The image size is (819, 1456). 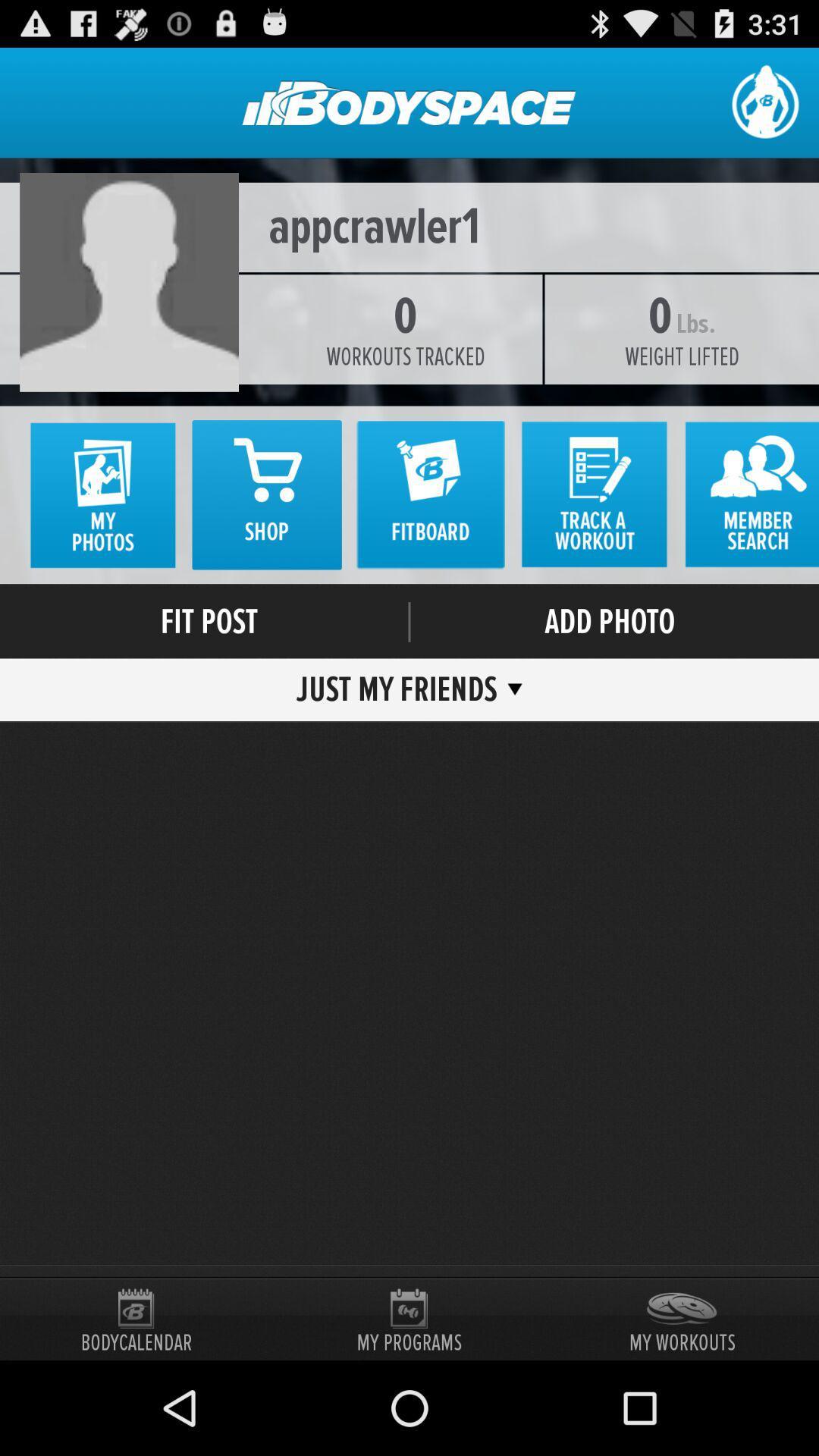 What do you see at coordinates (681, 356) in the screenshot?
I see `the icon to the right of the 0` at bounding box center [681, 356].